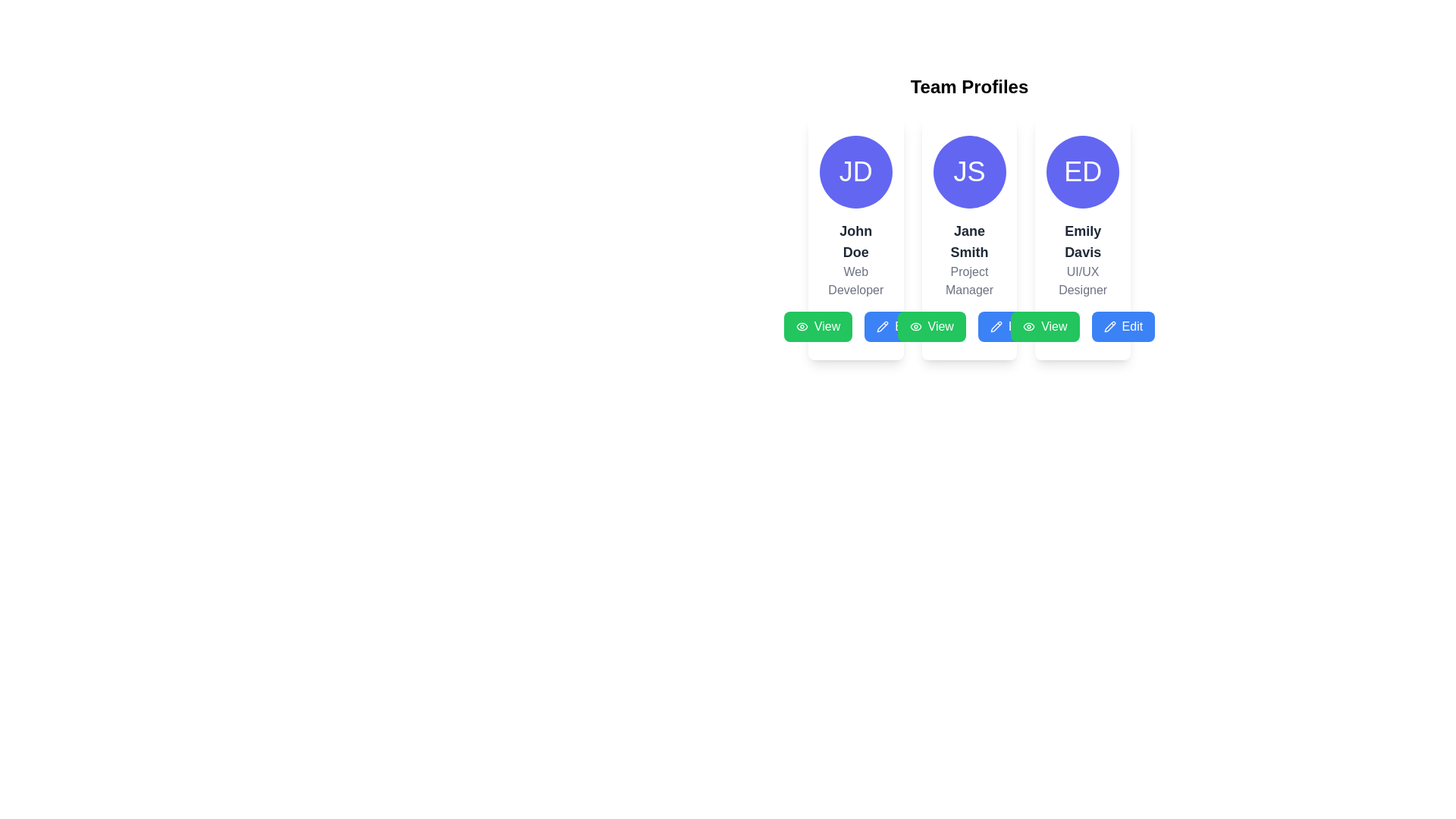 The width and height of the screenshot is (1456, 819). I want to click on the pencil icon, which is filled with blue color and located to the left of the 'Edit' label in the rightmost button under the profile card for 'Emily Davis', so click(1109, 326).